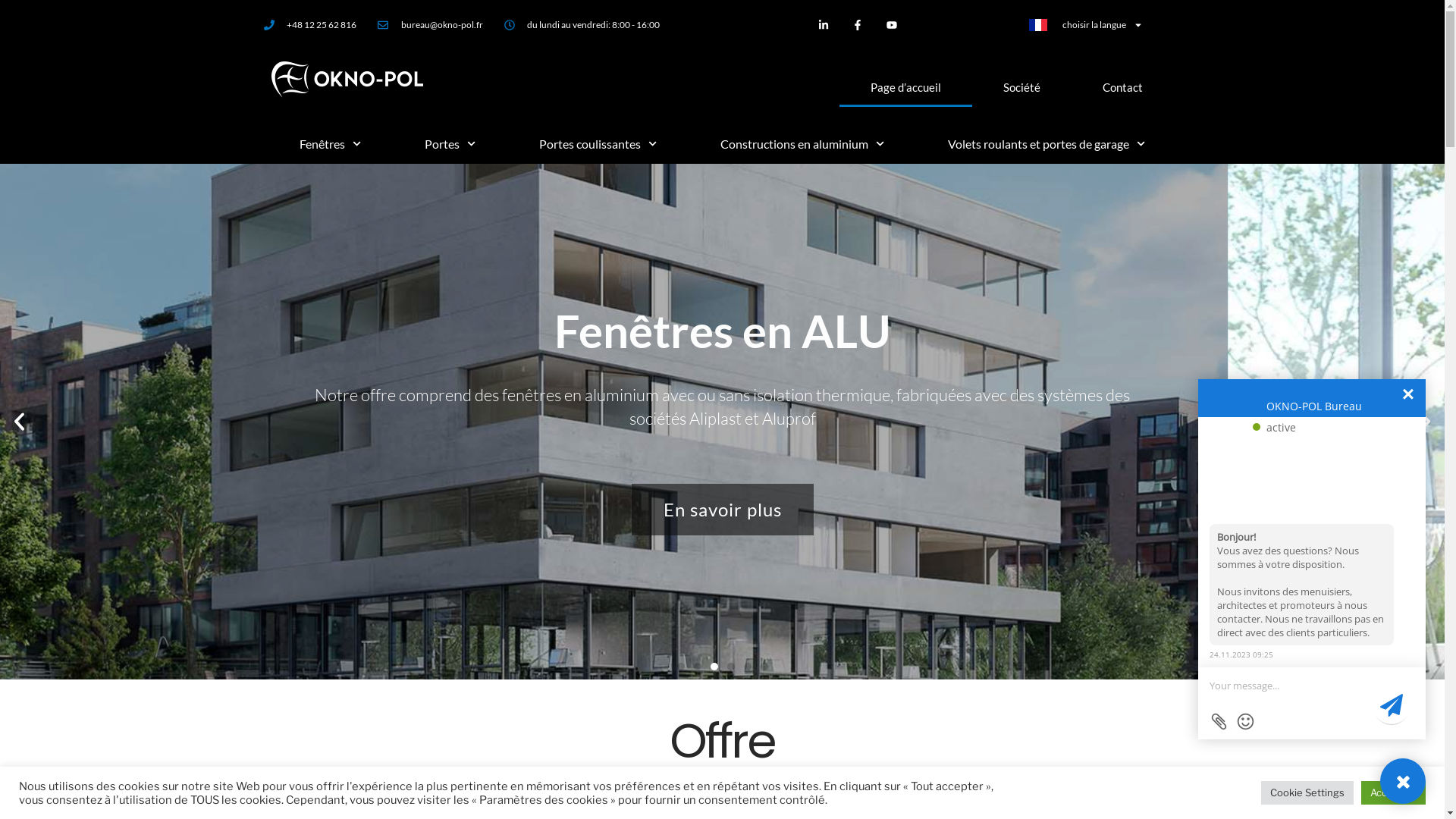 This screenshot has width=1456, height=819. What do you see at coordinates (1084, 25) in the screenshot?
I see `'choisir la langue'` at bounding box center [1084, 25].